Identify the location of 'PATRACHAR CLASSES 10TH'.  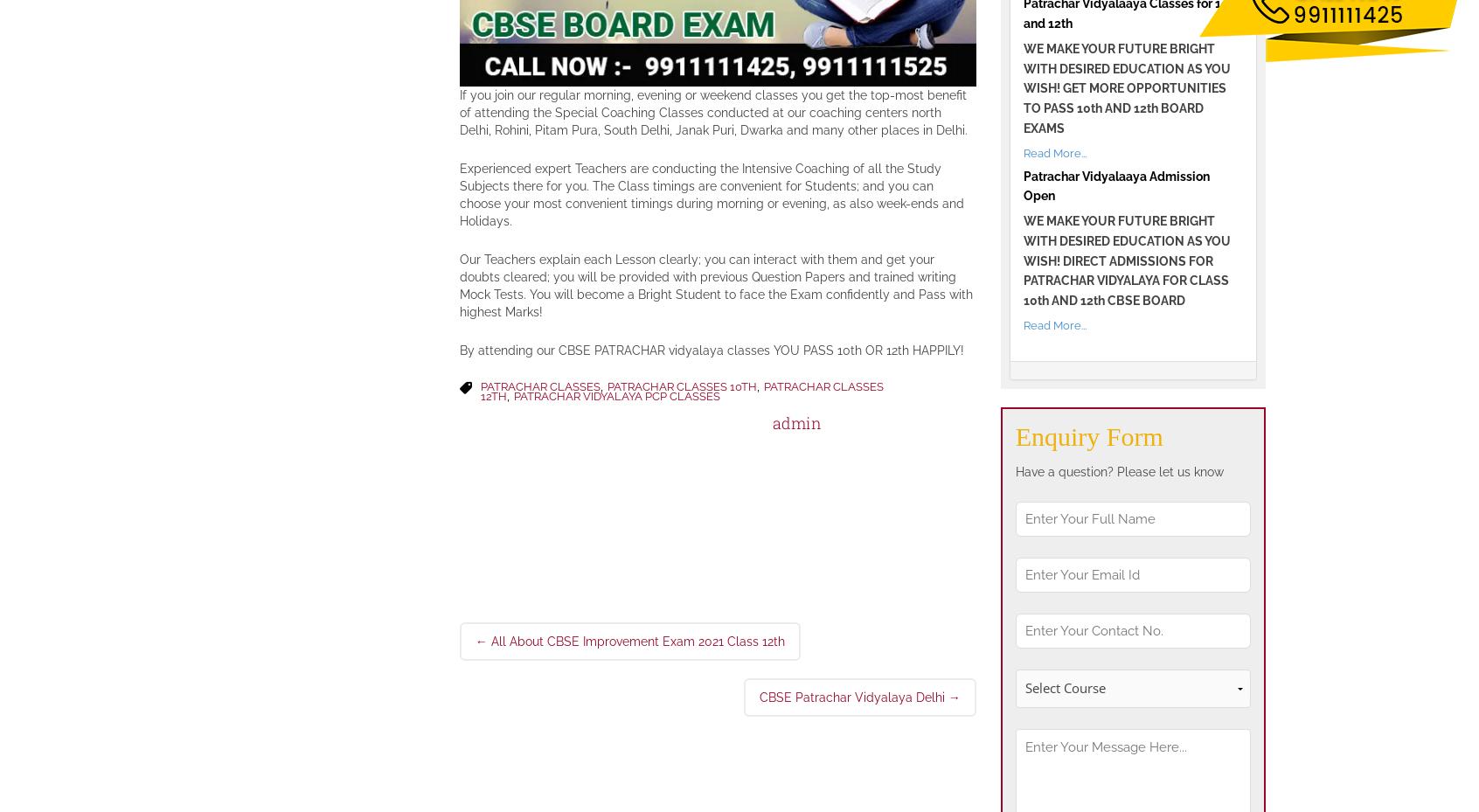
(681, 385).